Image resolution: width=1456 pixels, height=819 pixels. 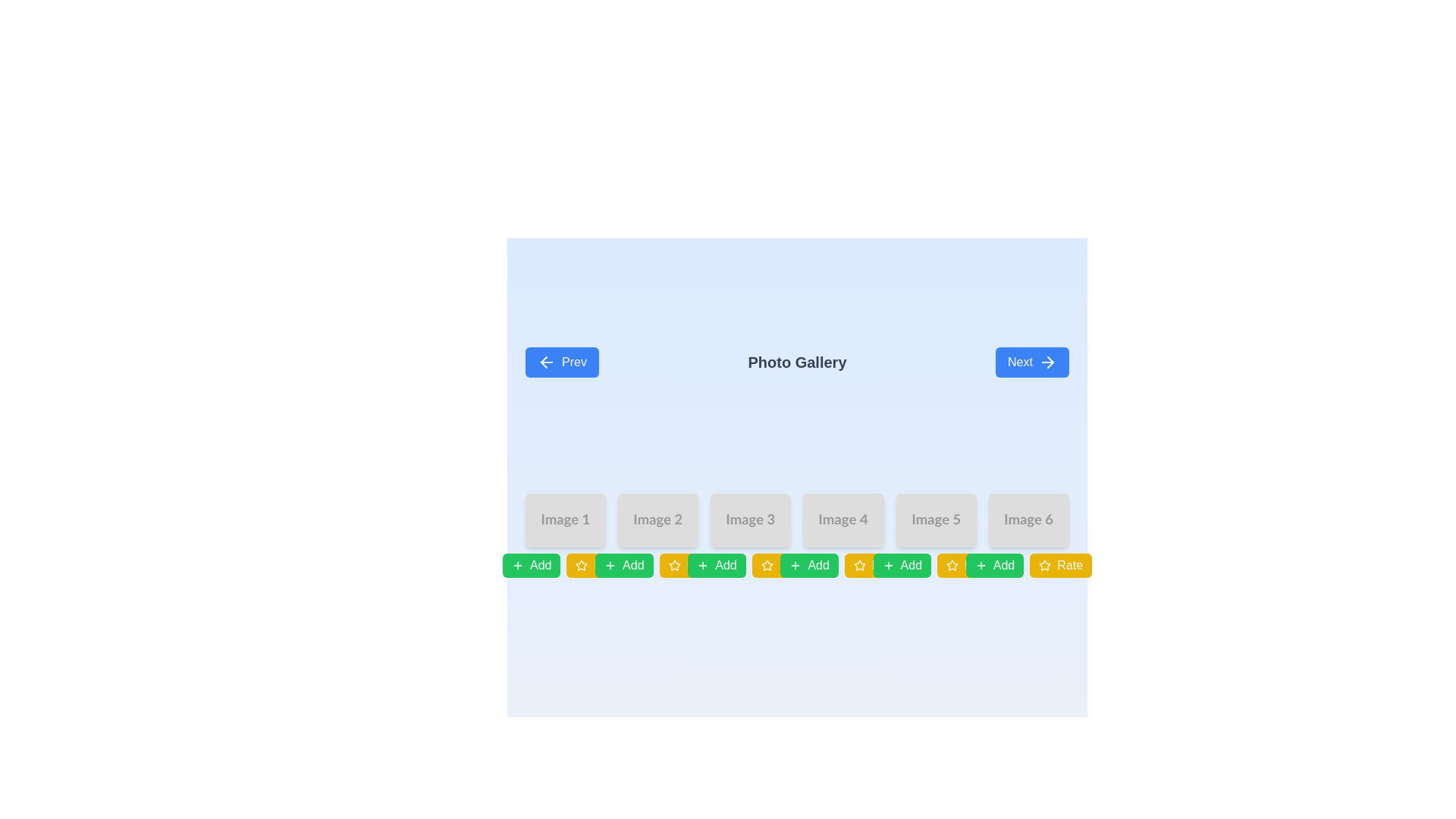 I want to click on the Static Text Label displaying the word 'Rate', which is rendered in white text, part of a button on the far-right in a row of similar buttons underneath the image gallery, so click(x=977, y=565).